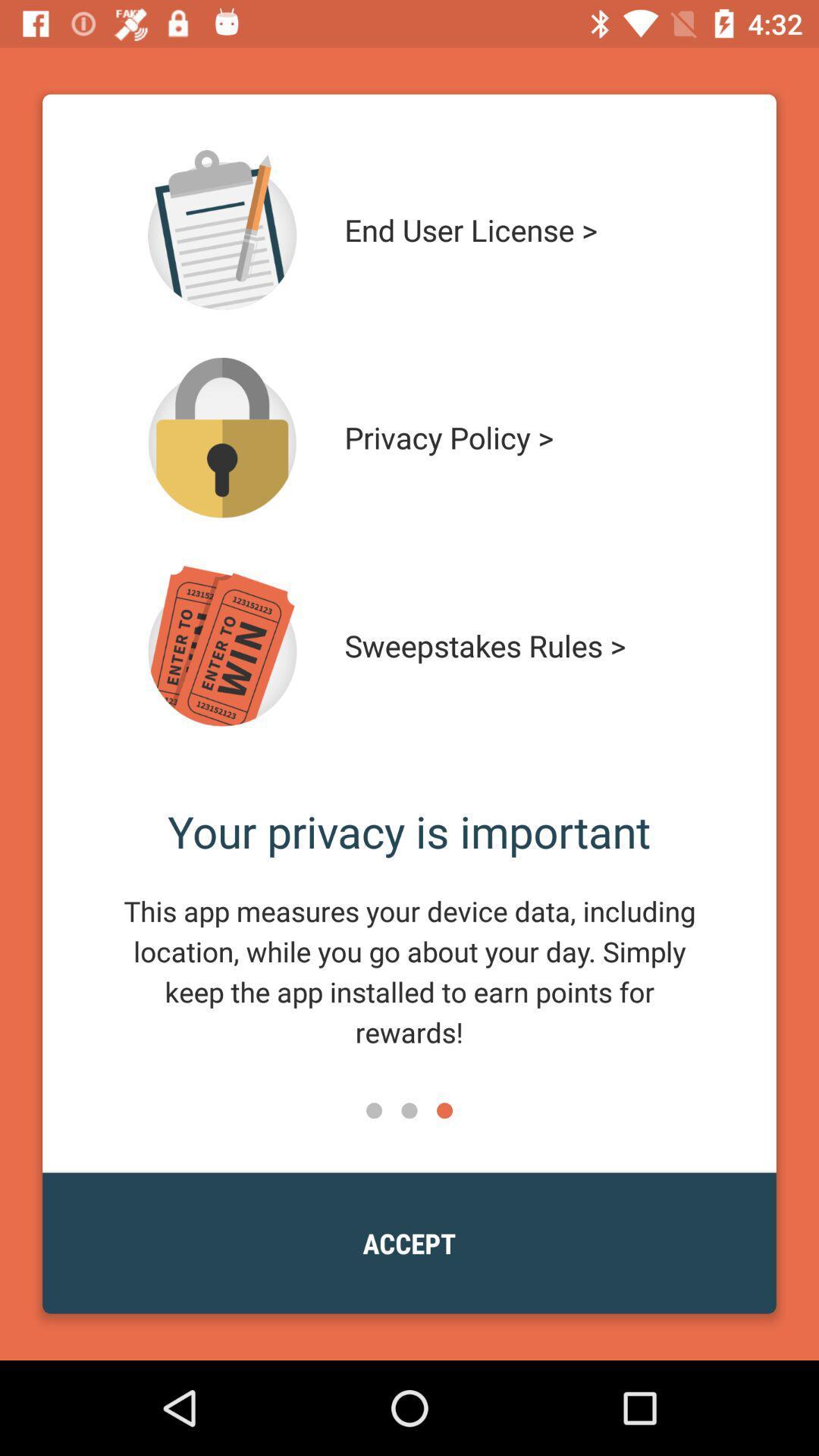 This screenshot has width=819, height=1456. I want to click on end user license, so click(222, 229).